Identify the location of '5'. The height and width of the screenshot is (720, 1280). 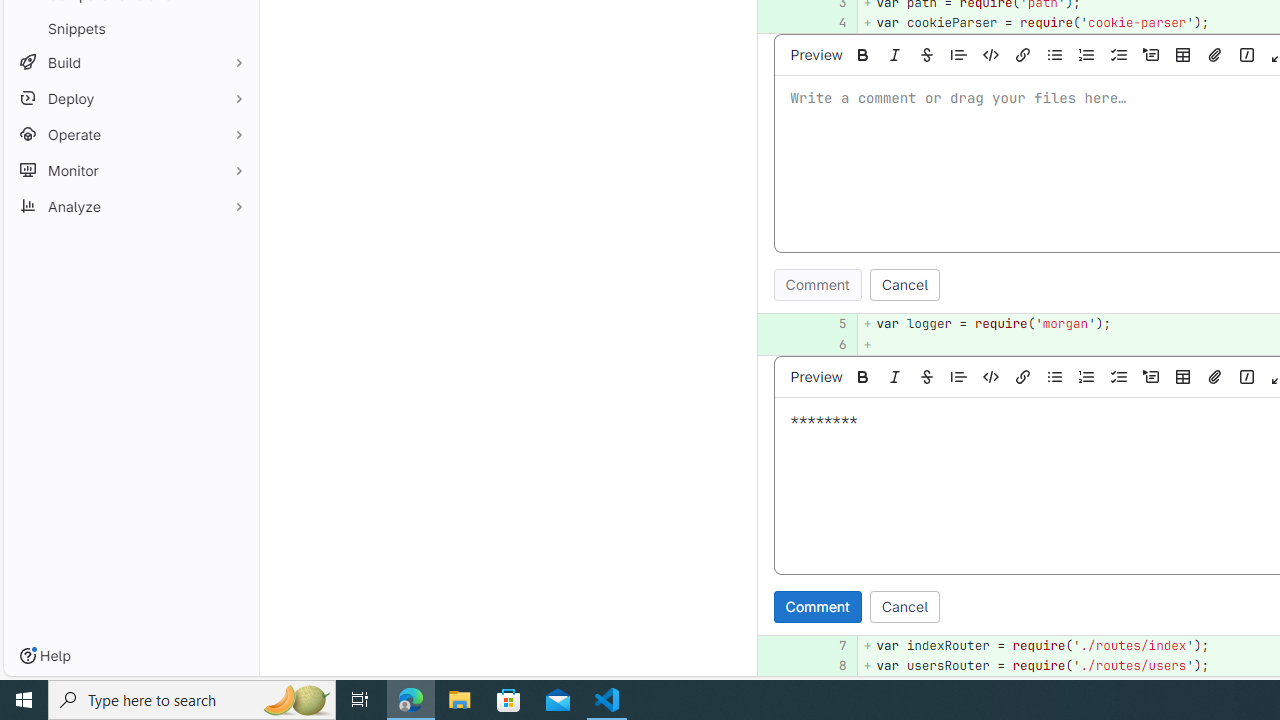
(829, 323).